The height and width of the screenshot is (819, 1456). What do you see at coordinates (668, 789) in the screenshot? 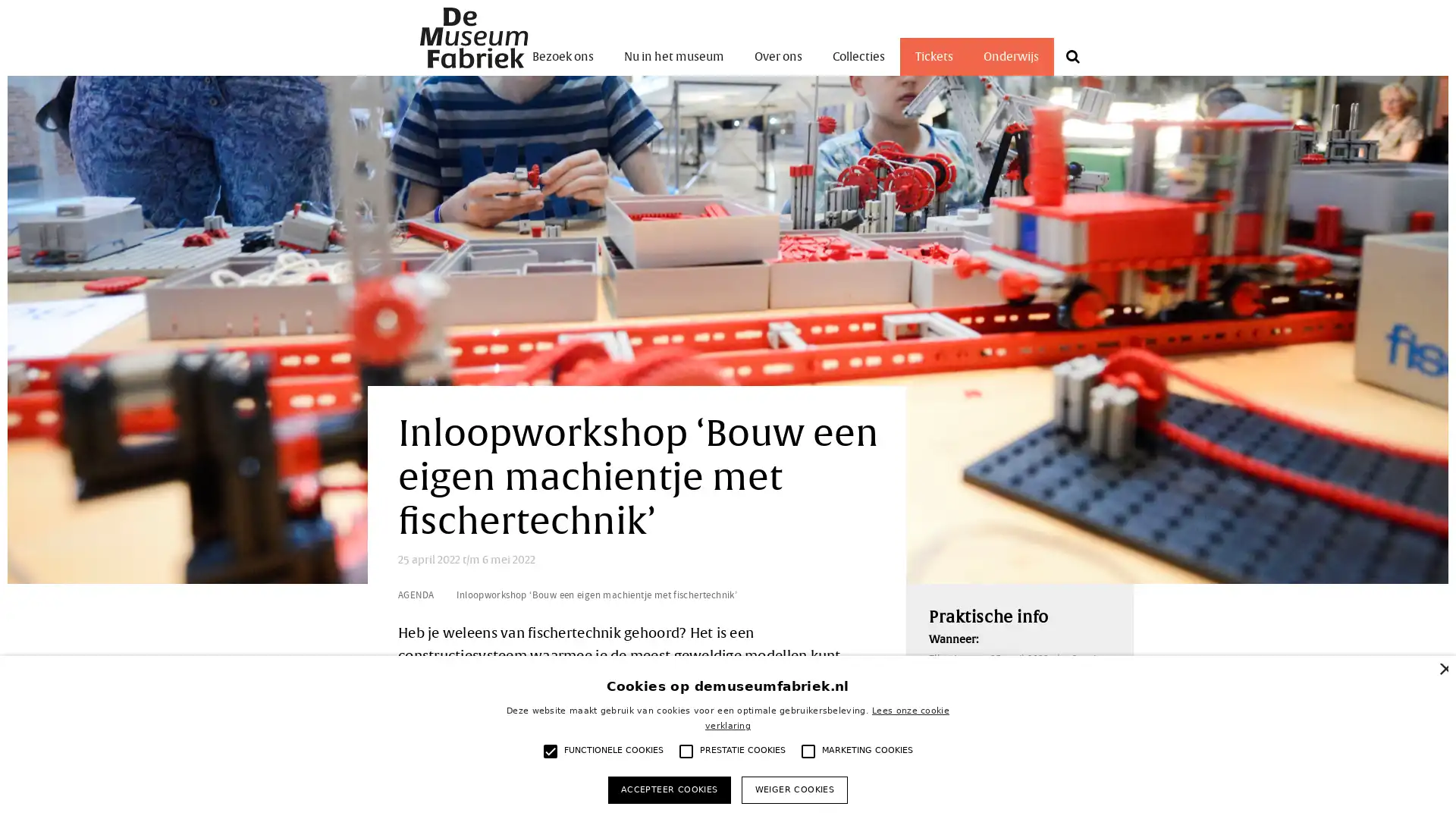
I see `ACCEPTEER COOKIES` at bounding box center [668, 789].